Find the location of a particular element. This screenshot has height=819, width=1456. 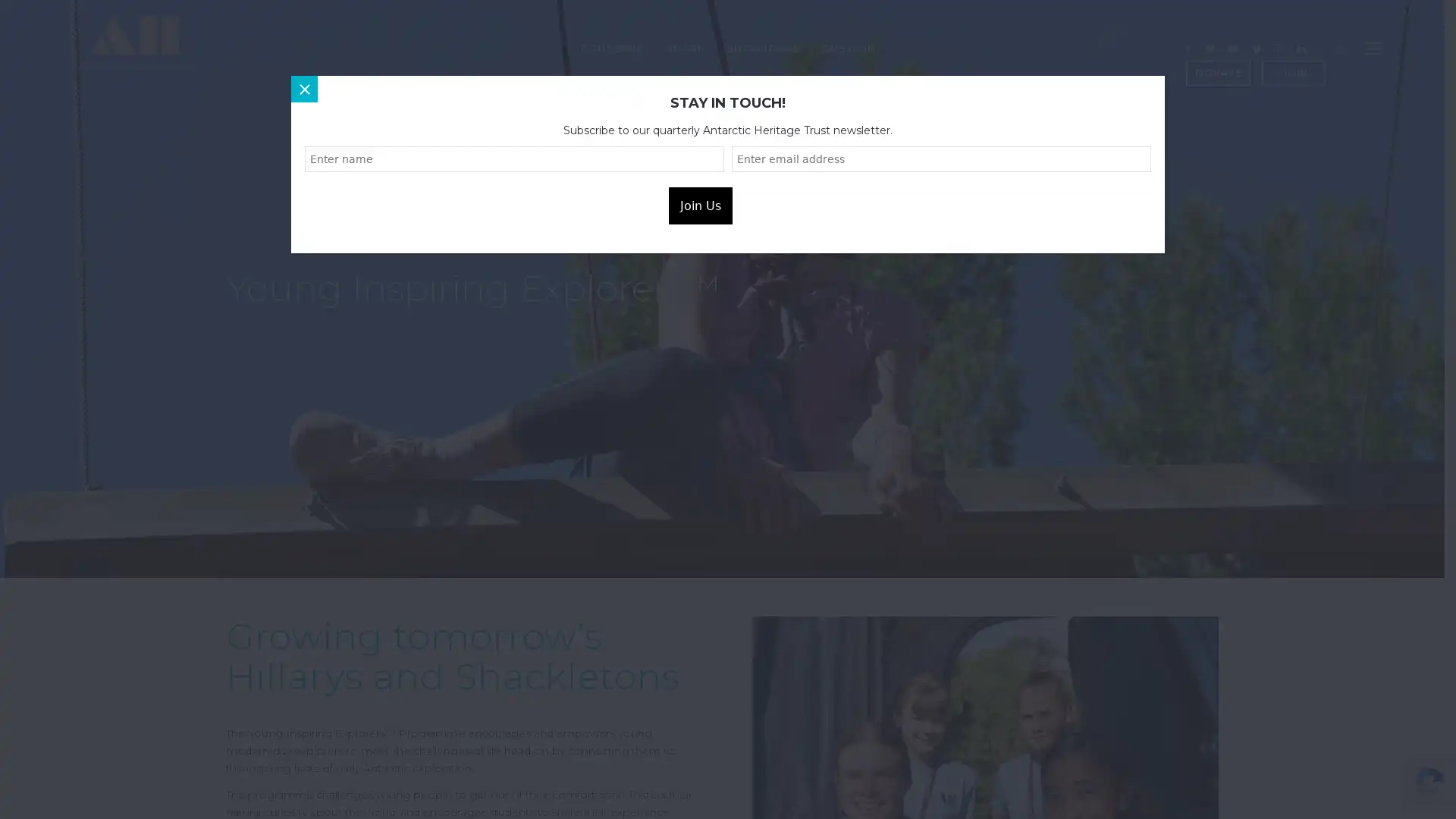

Join Us is located at coordinates (700, 205).